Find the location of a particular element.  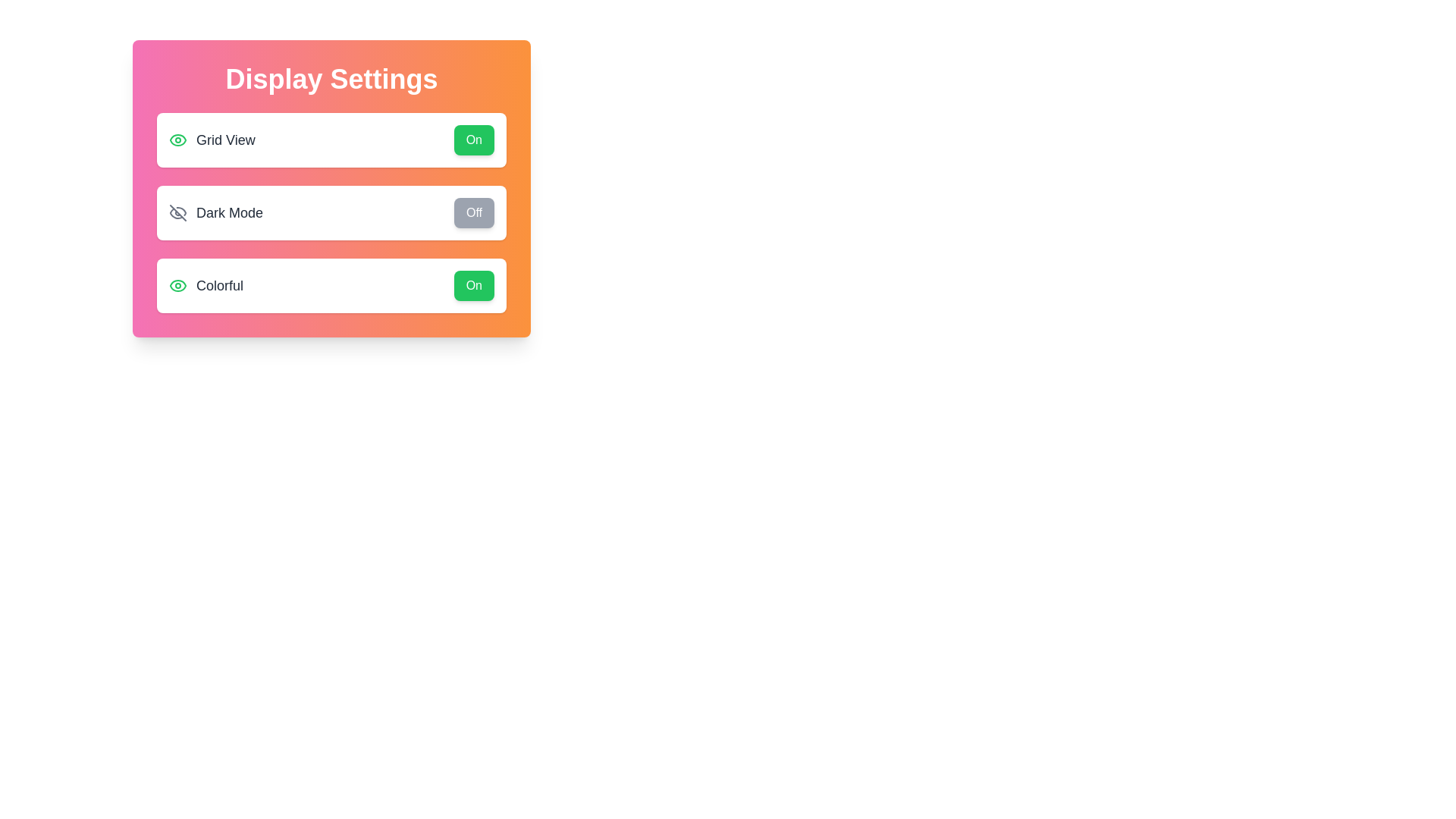

the 'Colorful' toggle button to change its state is located at coordinates (472, 286).